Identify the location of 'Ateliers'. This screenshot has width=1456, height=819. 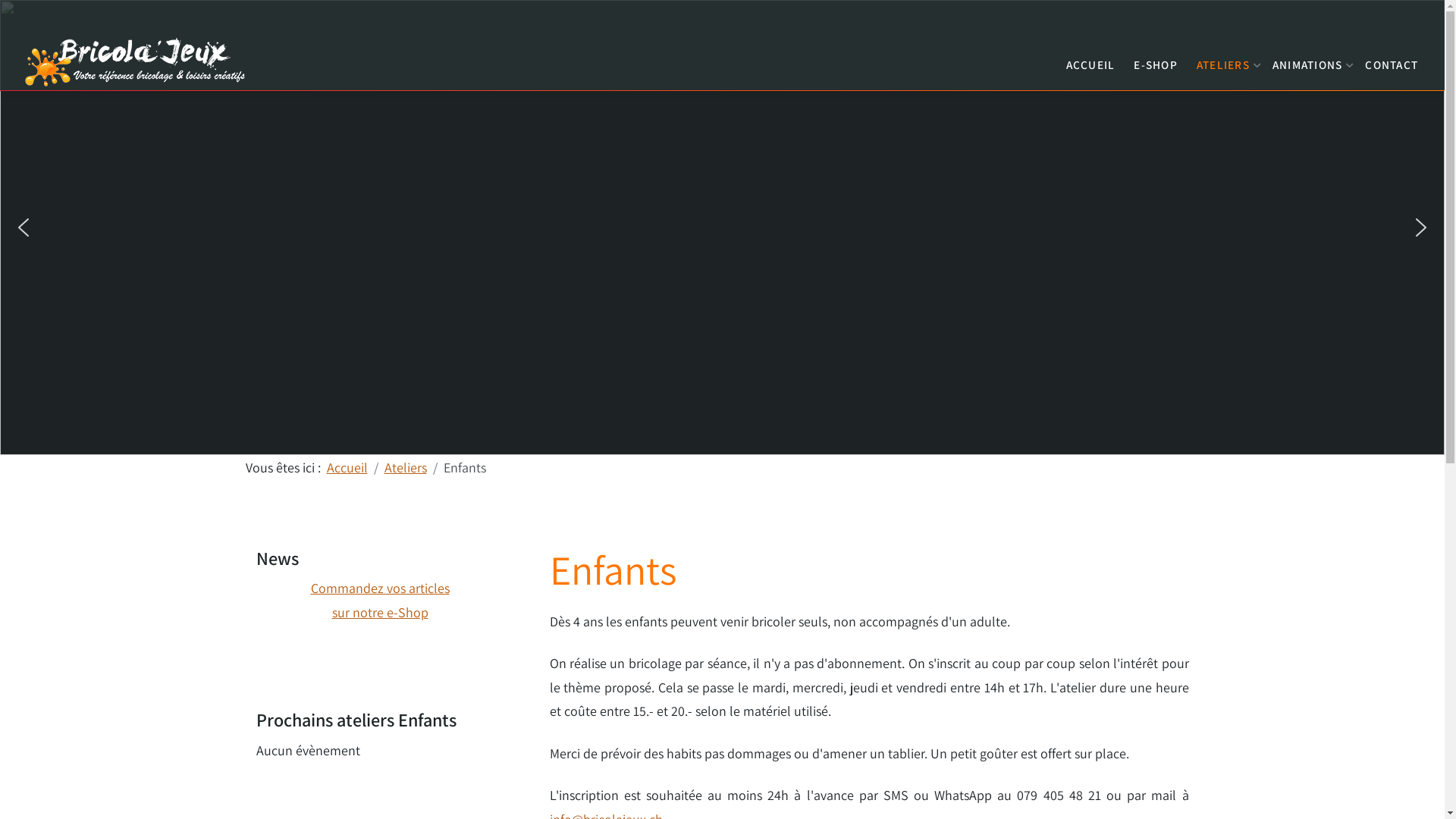
(404, 466).